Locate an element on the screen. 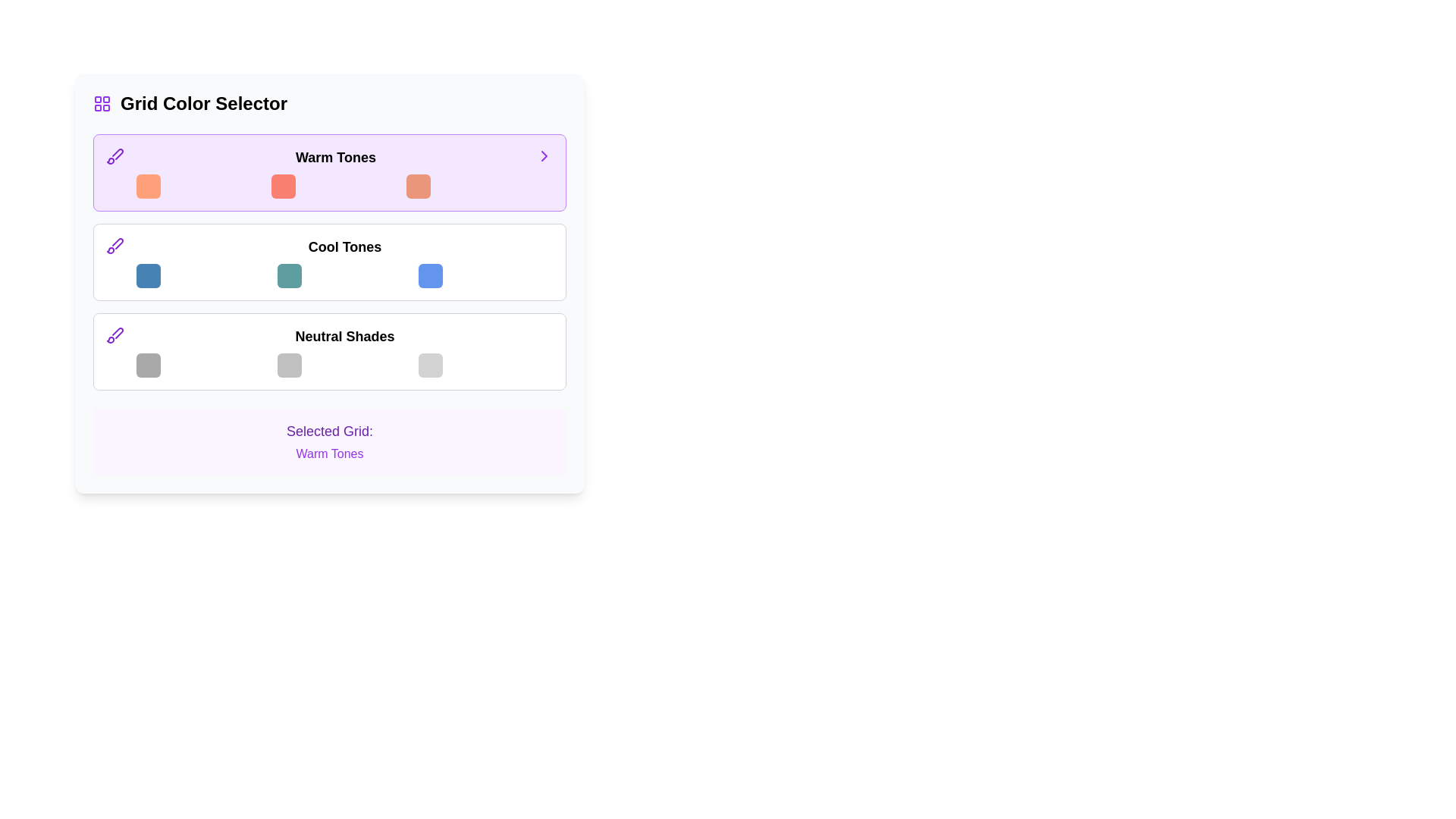  the selectable item with a light gray background in the third position of the 'Neutral Shades' row is located at coordinates (429, 366).